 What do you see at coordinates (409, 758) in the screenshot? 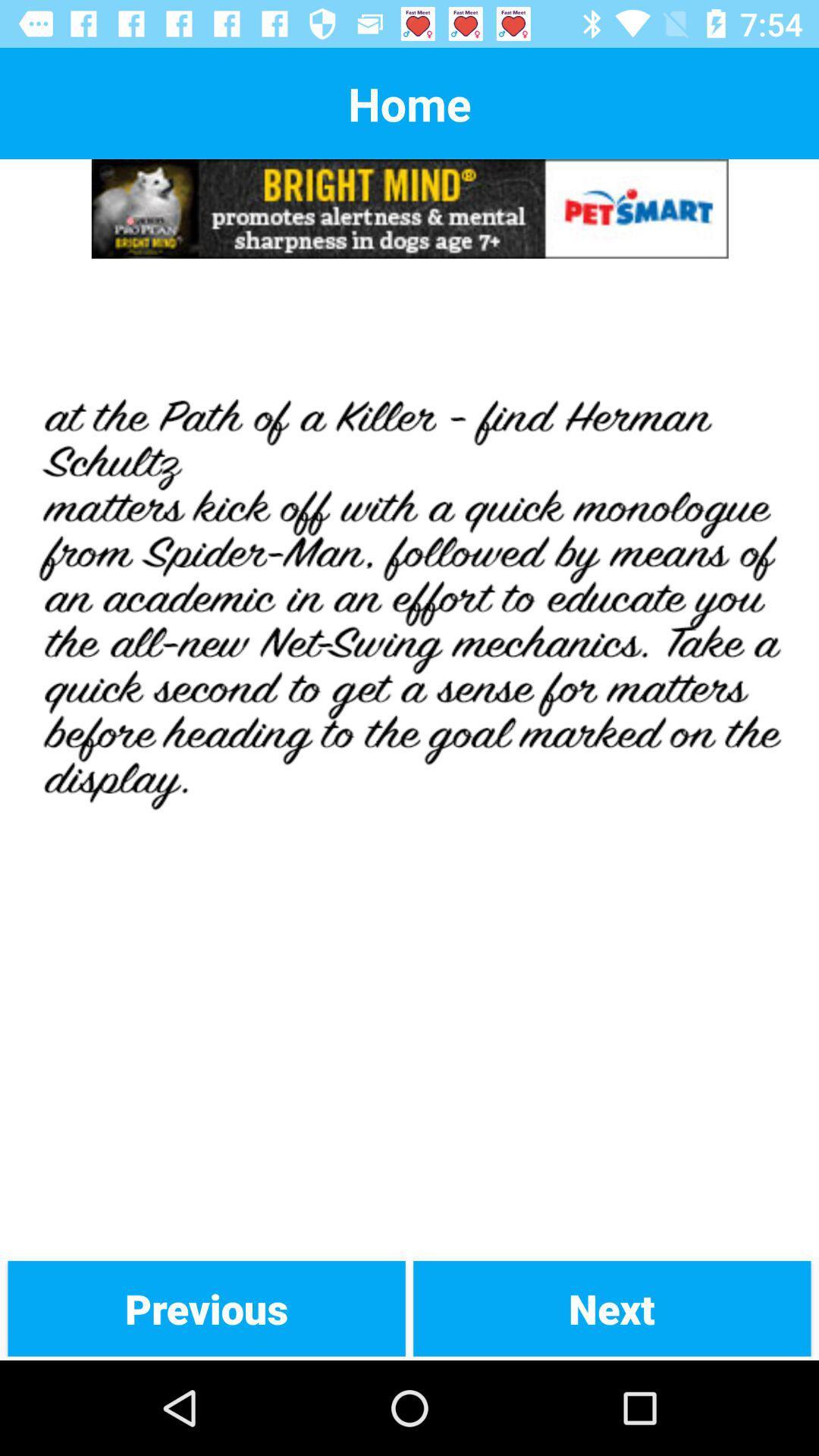
I see `the page` at bounding box center [409, 758].